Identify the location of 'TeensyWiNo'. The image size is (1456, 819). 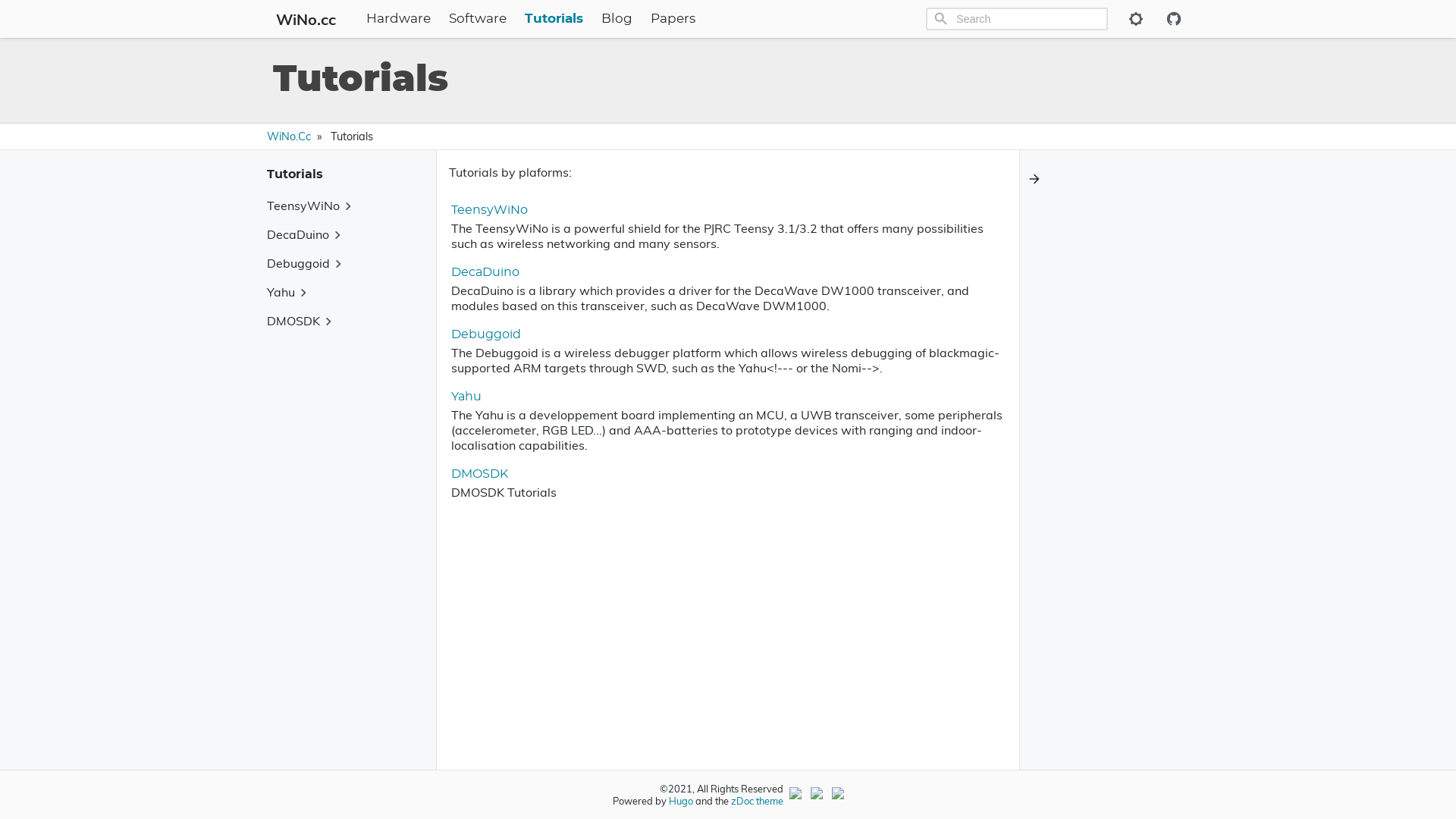
(489, 210).